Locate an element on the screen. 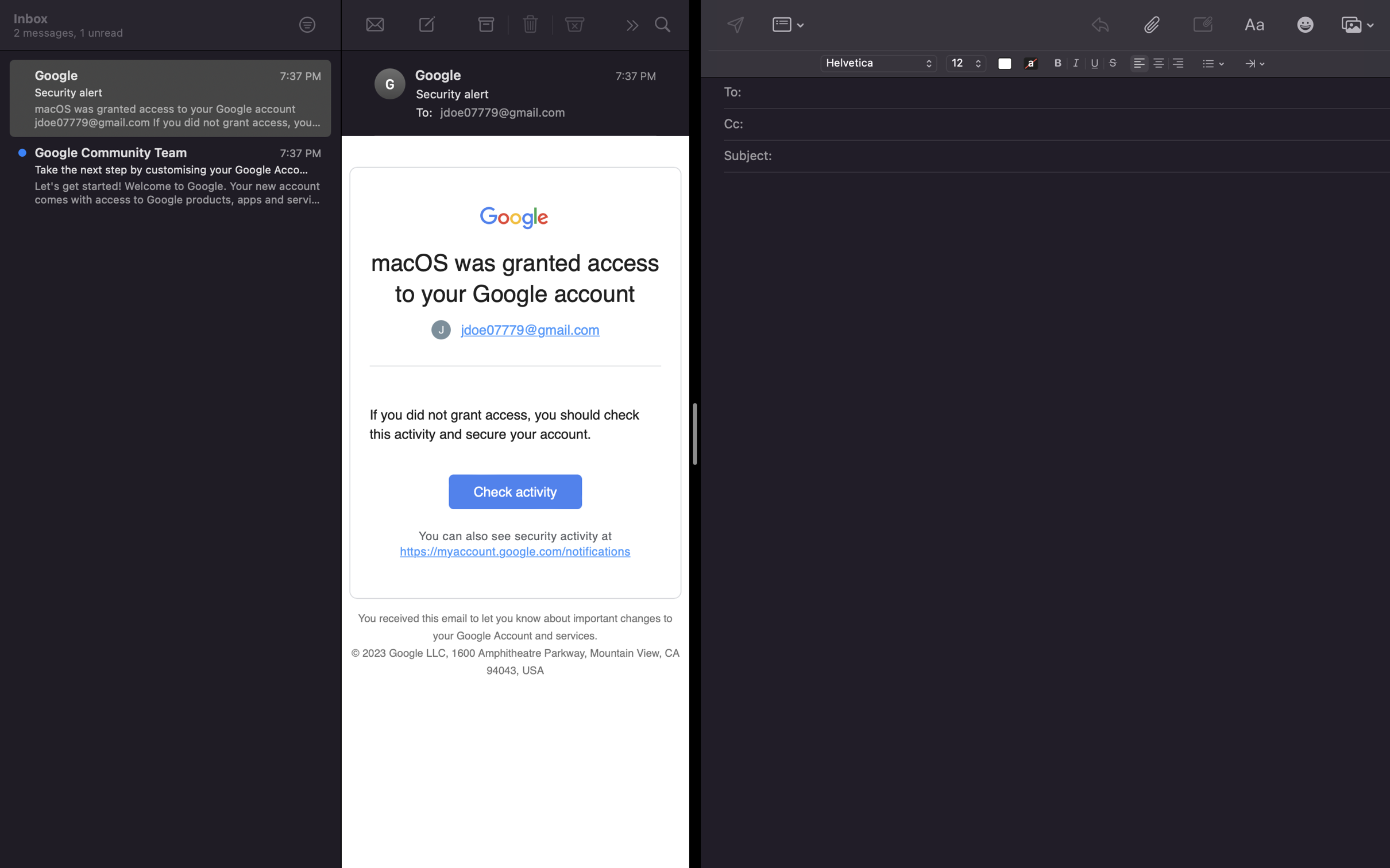 This screenshot has width=1390, height=868. Enter "john@gmail.com" in the "To" field of the new email is located at coordinates (1065, 93).